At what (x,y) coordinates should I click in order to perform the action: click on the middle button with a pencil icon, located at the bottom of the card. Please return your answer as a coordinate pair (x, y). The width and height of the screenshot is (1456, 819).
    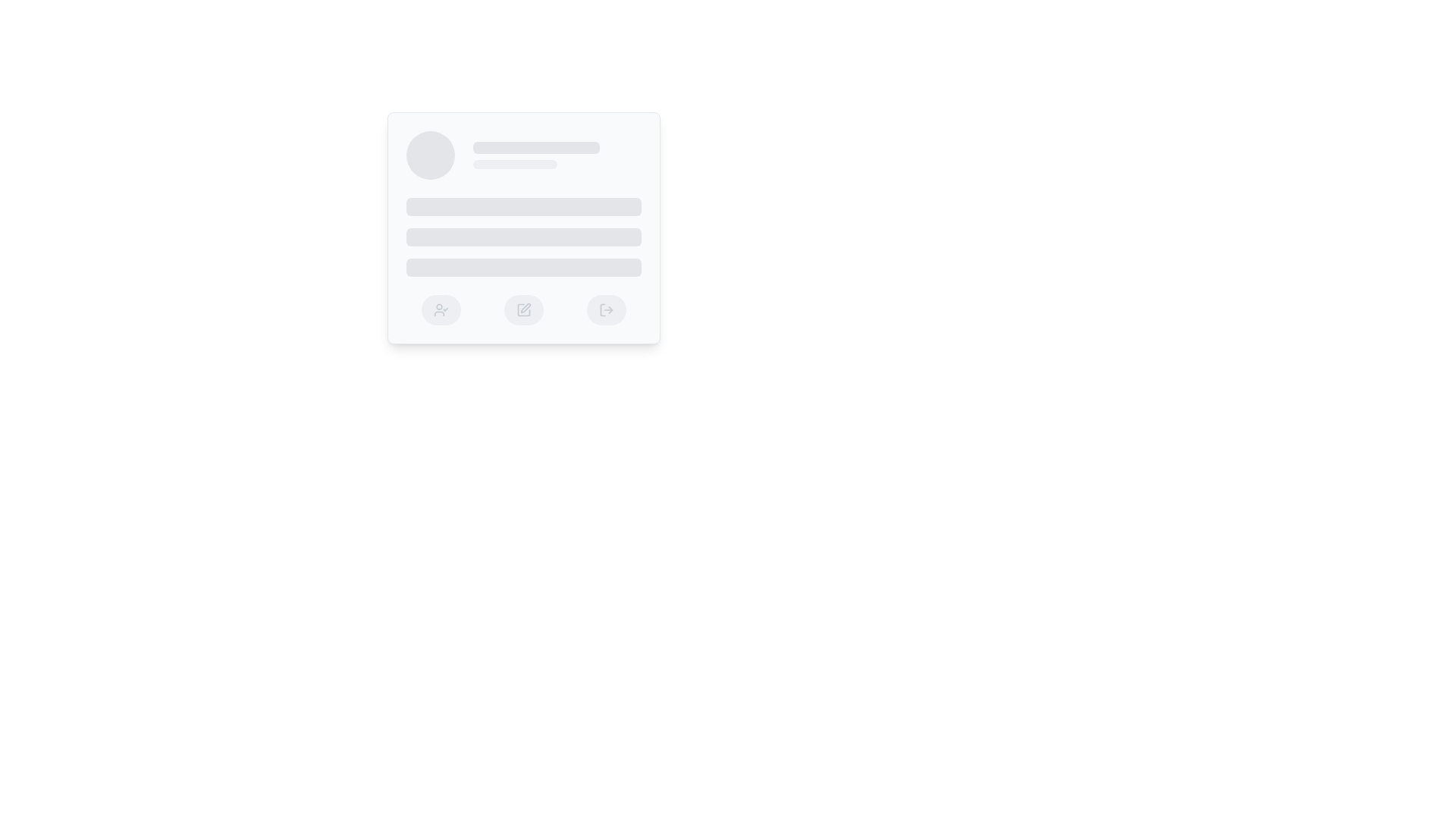
    Looking at the image, I should click on (524, 309).